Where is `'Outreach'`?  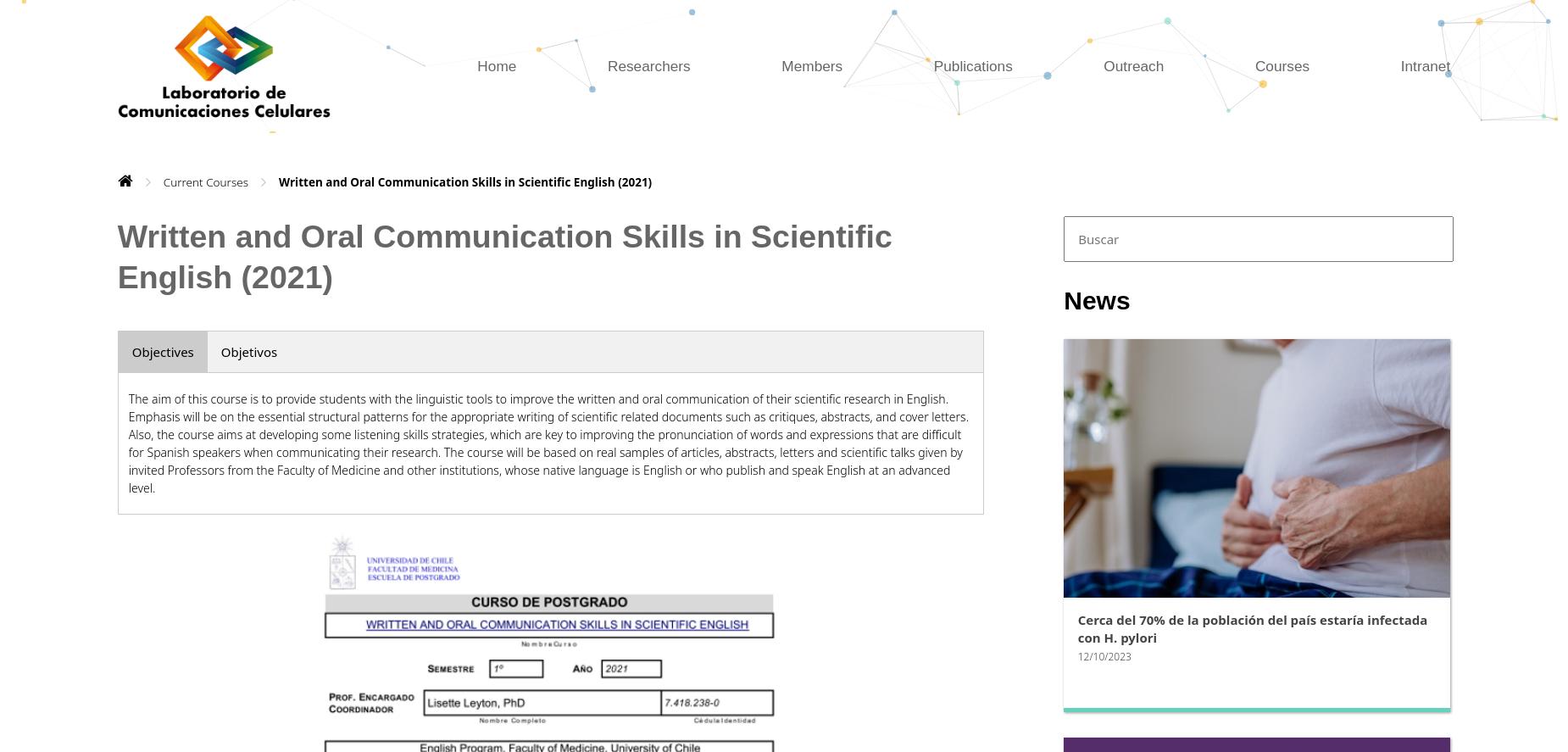 'Outreach' is located at coordinates (1103, 64).